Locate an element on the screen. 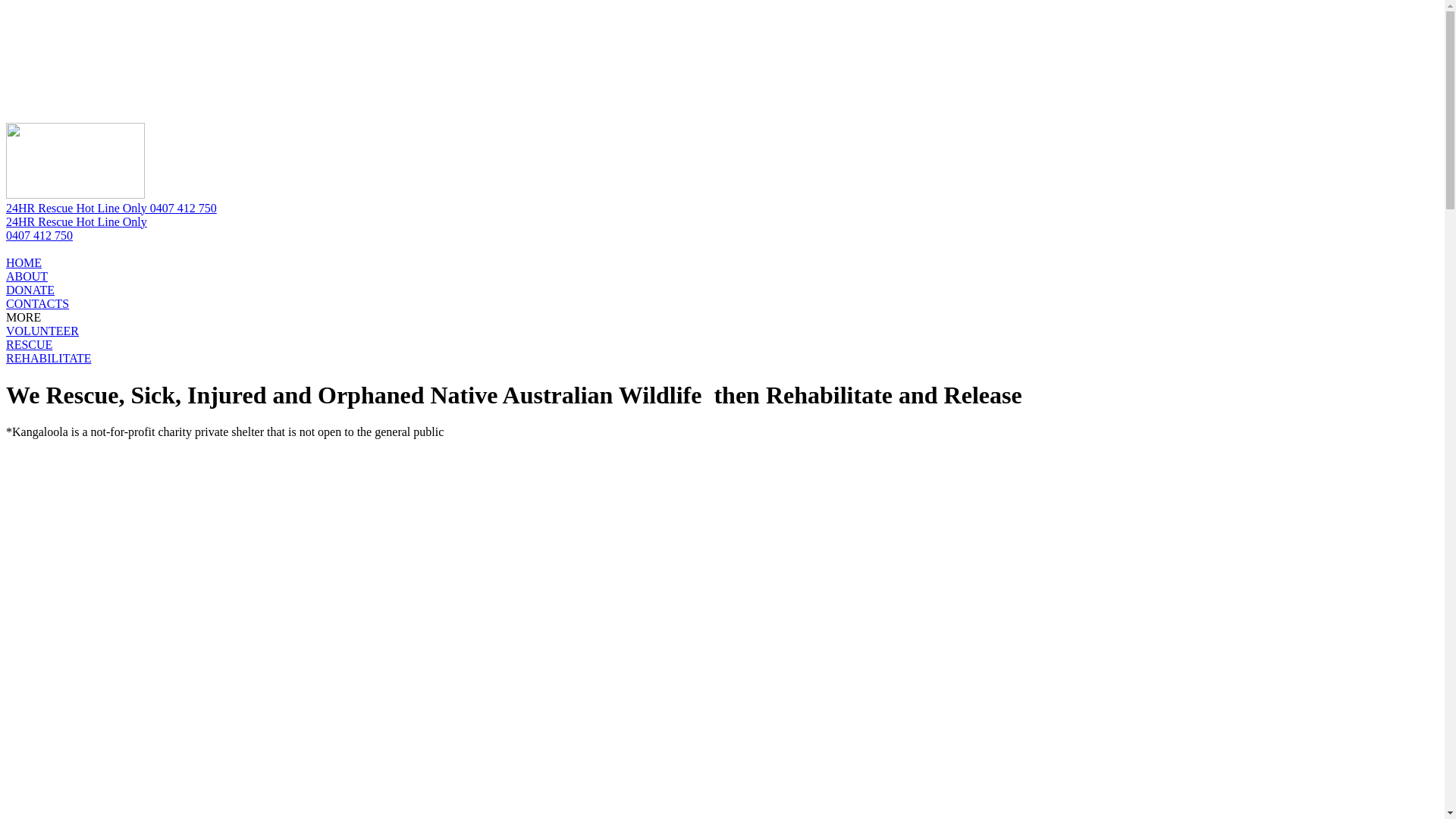 The image size is (1456, 819). '24HR Rescue Hot Line Only is located at coordinates (6, 228).